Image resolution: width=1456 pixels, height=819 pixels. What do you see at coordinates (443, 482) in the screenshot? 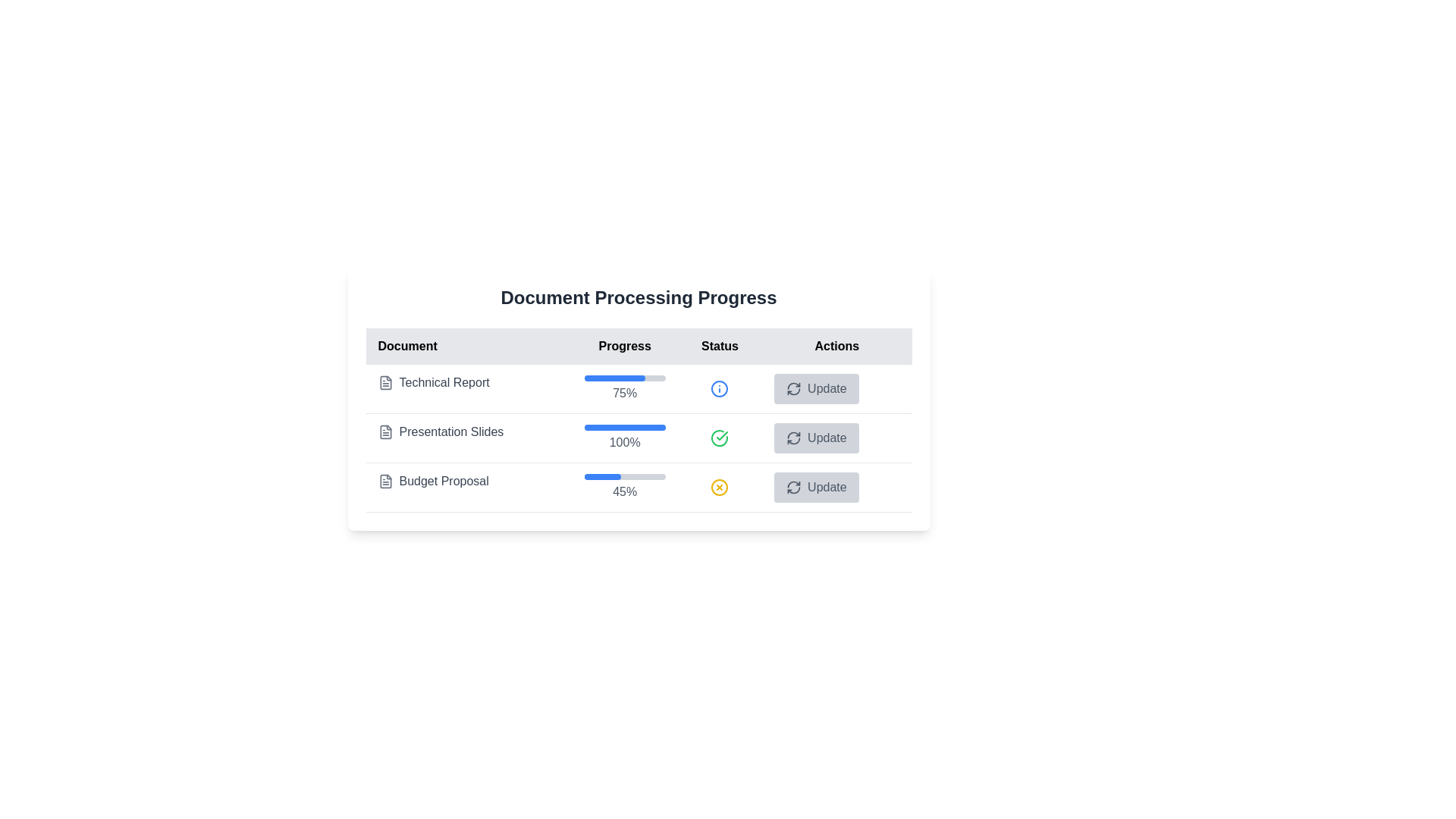
I see `text of the text label titled 'Budget Proposal', which is the third title under 'Document Processing Progress'` at bounding box center [443, 482].